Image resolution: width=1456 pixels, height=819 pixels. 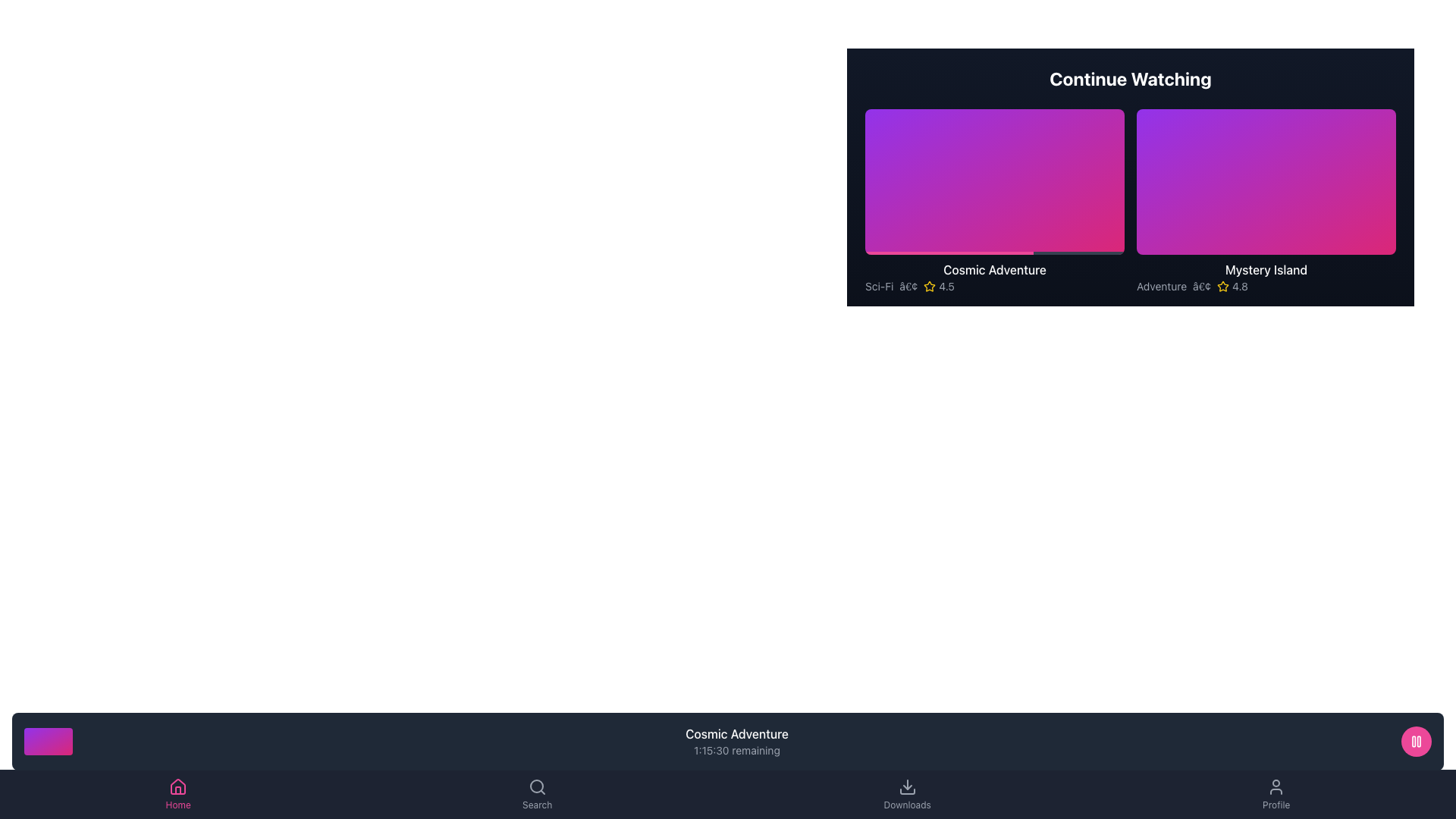 I want to click on the Text label that serves as a title or label for a media item in the 'Continue Watching' section, located below a colorful gradient rectangle and above the text description 'Adventure • 4.8', so click(x=1266, y=268).